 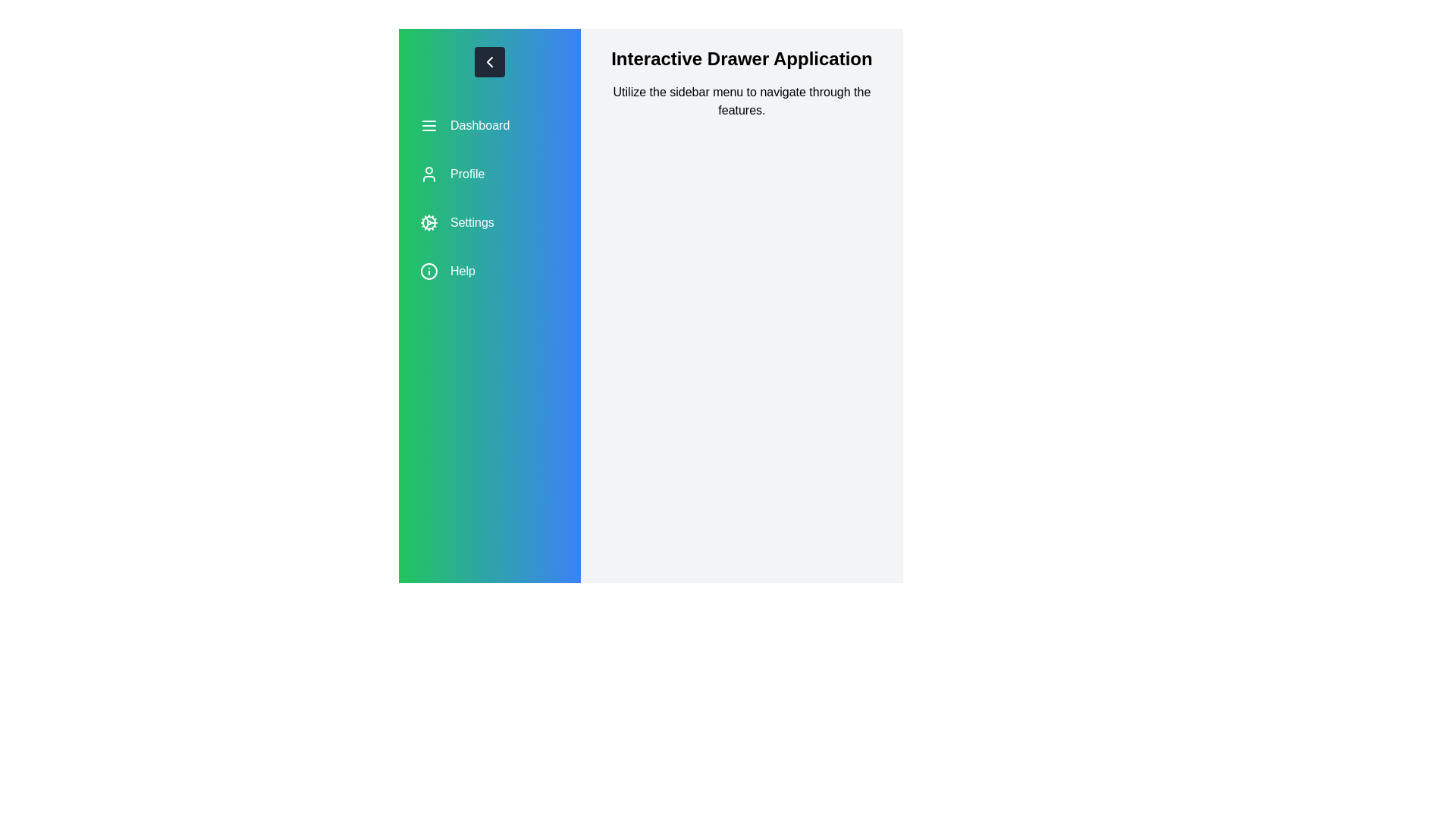 I want to click on the menu option Dashboard to navigate, so click(x=489, y=124).